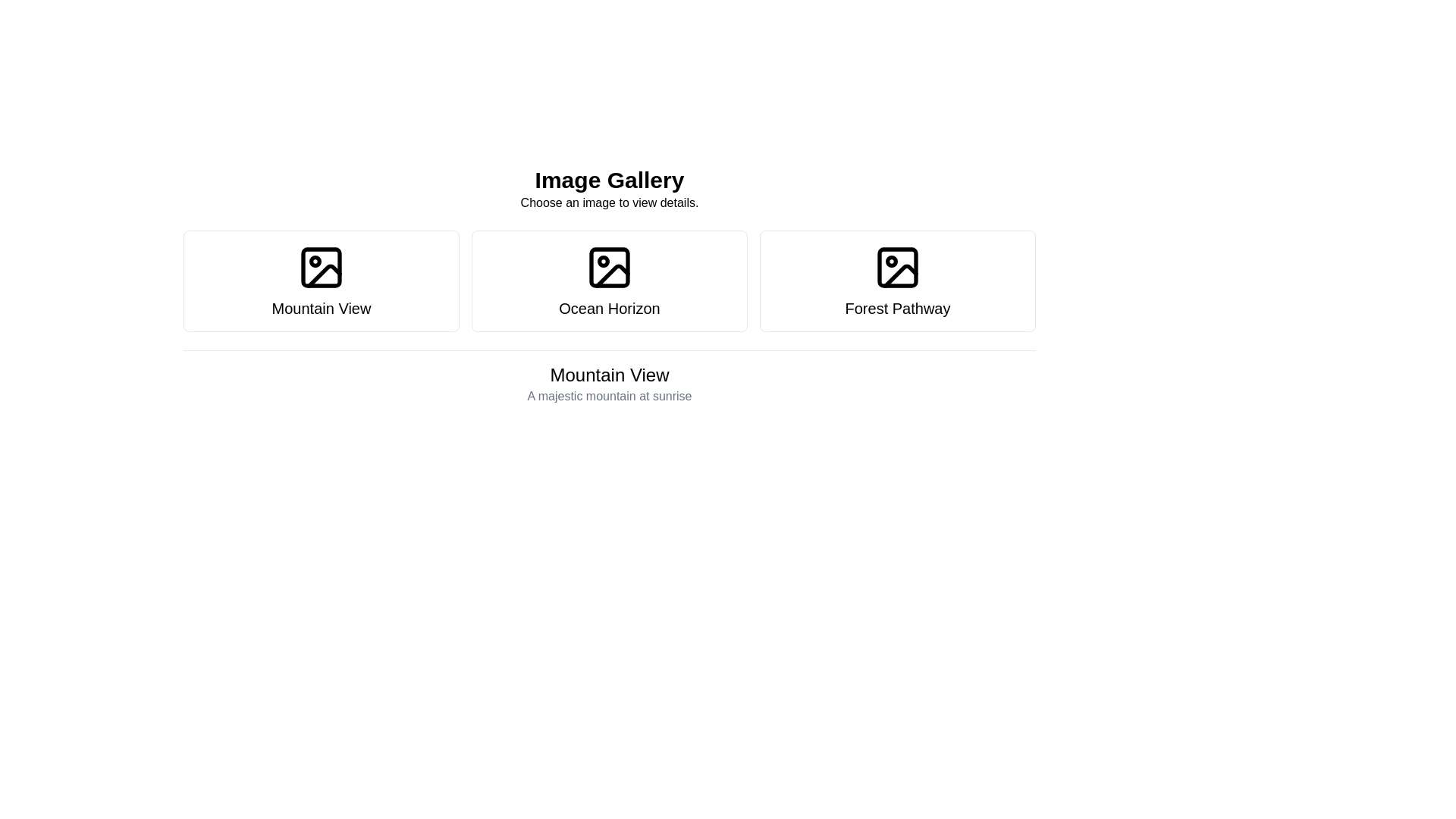 This screenshot has width=1456, height=819. What do you see at coordinates (610, 382) in the screenshot?
I see `the text element titled 'Mountain View'` at bounding box center [610, 382].